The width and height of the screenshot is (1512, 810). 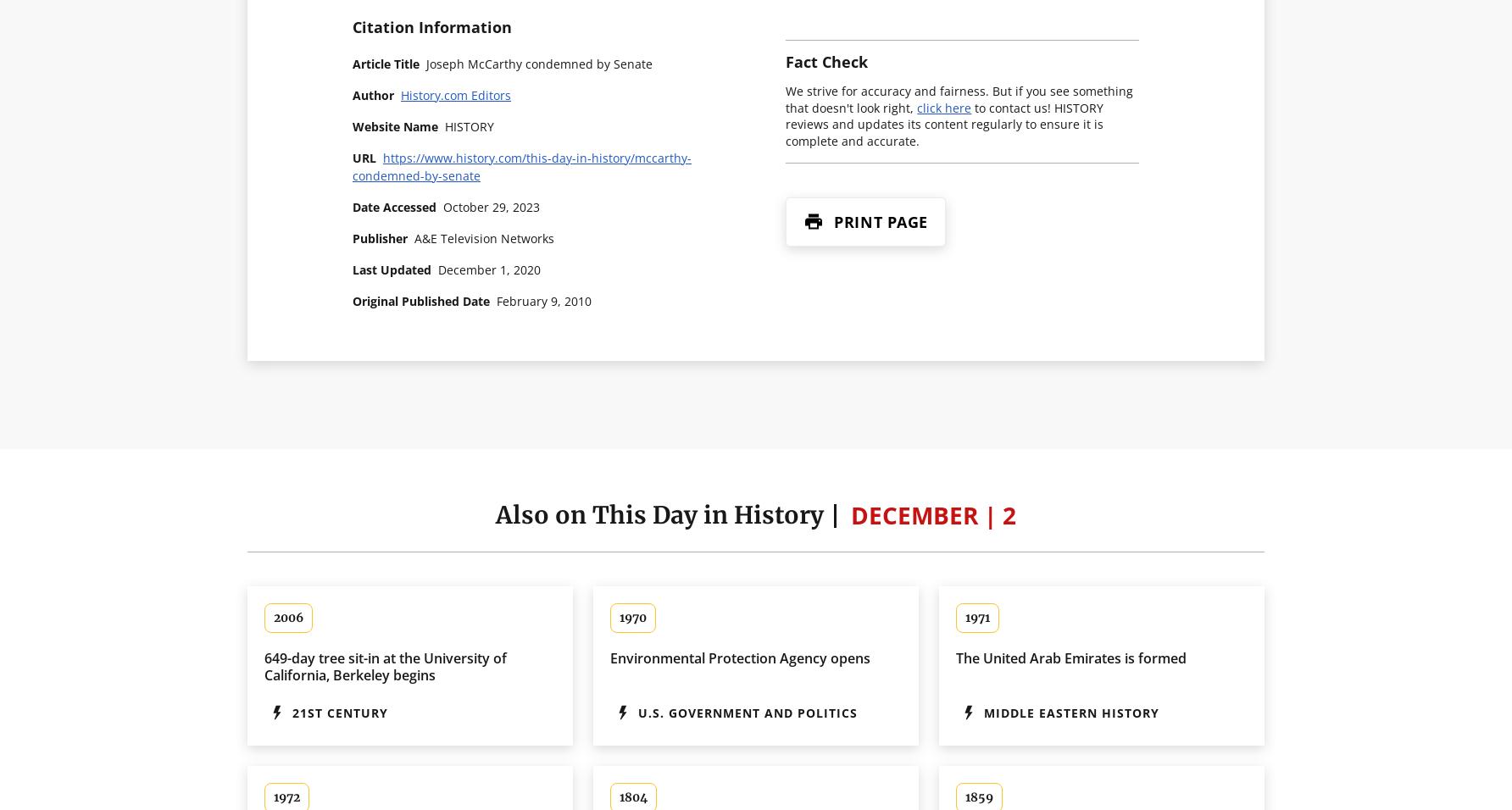 What do you see at coordinates (352, 269) in the screenshot?
I see `'Last Updated'` at bounding box center [352, 269].